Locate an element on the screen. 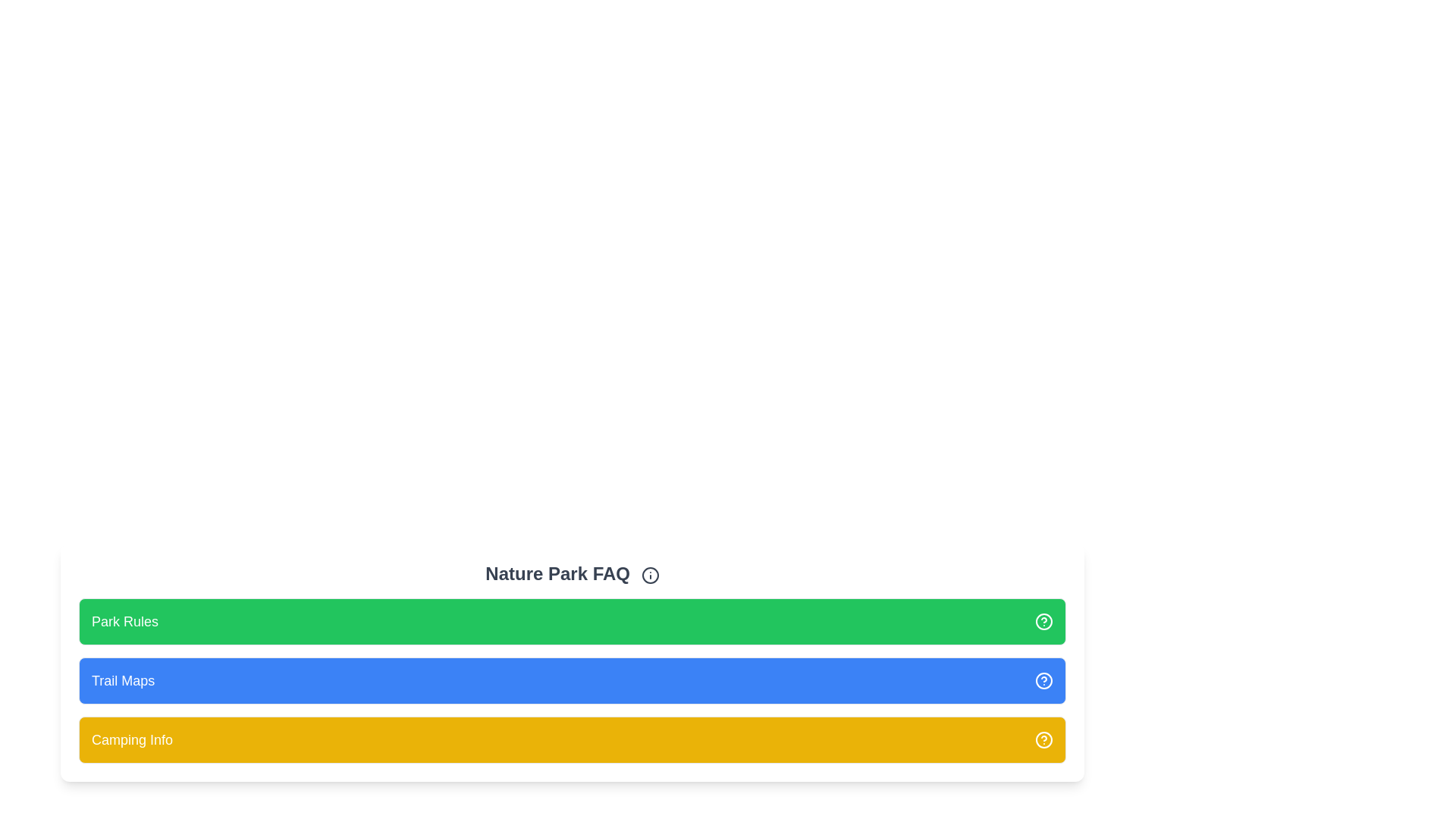 The height and width of the screenshot is (819, 1456). the small circular information icon is located at coordinates (650, 575).